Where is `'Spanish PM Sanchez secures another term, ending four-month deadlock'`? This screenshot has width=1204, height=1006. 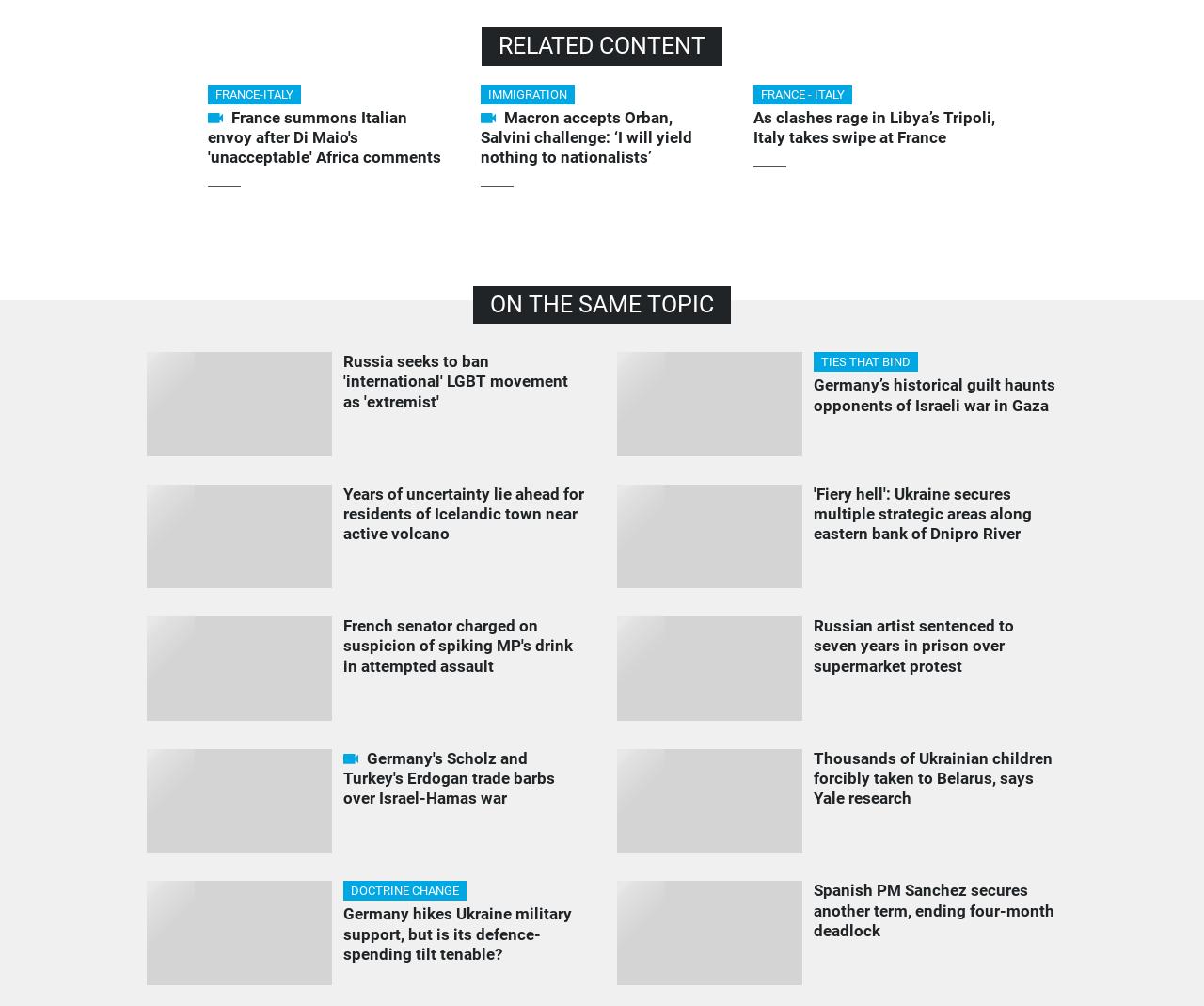 'Spanish PM Sanchez secures another term, ending four-month deadlock' is located at coordinates (933, 910).